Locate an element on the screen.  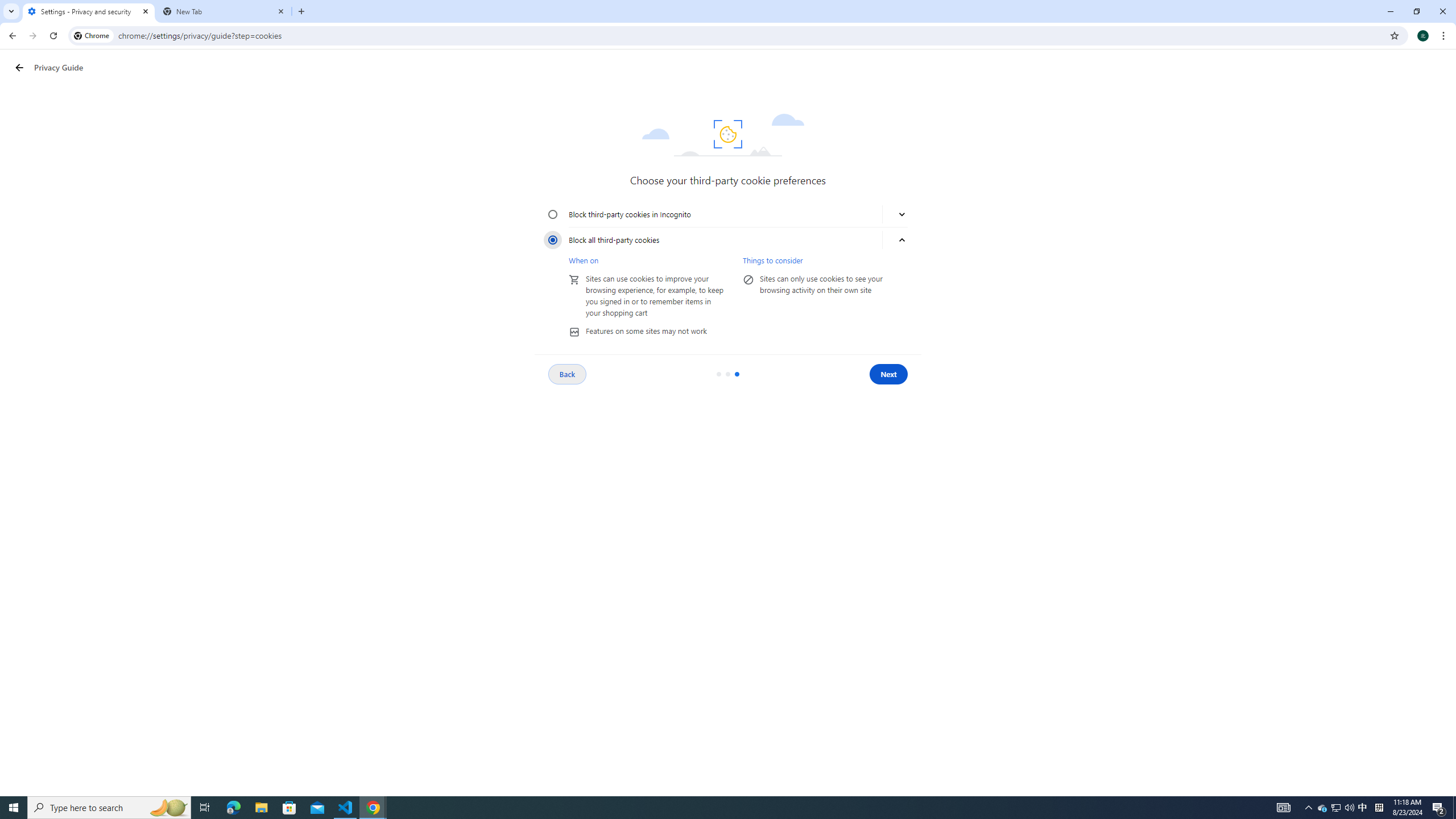
'New Tab' is located at coordinates (224, 11).